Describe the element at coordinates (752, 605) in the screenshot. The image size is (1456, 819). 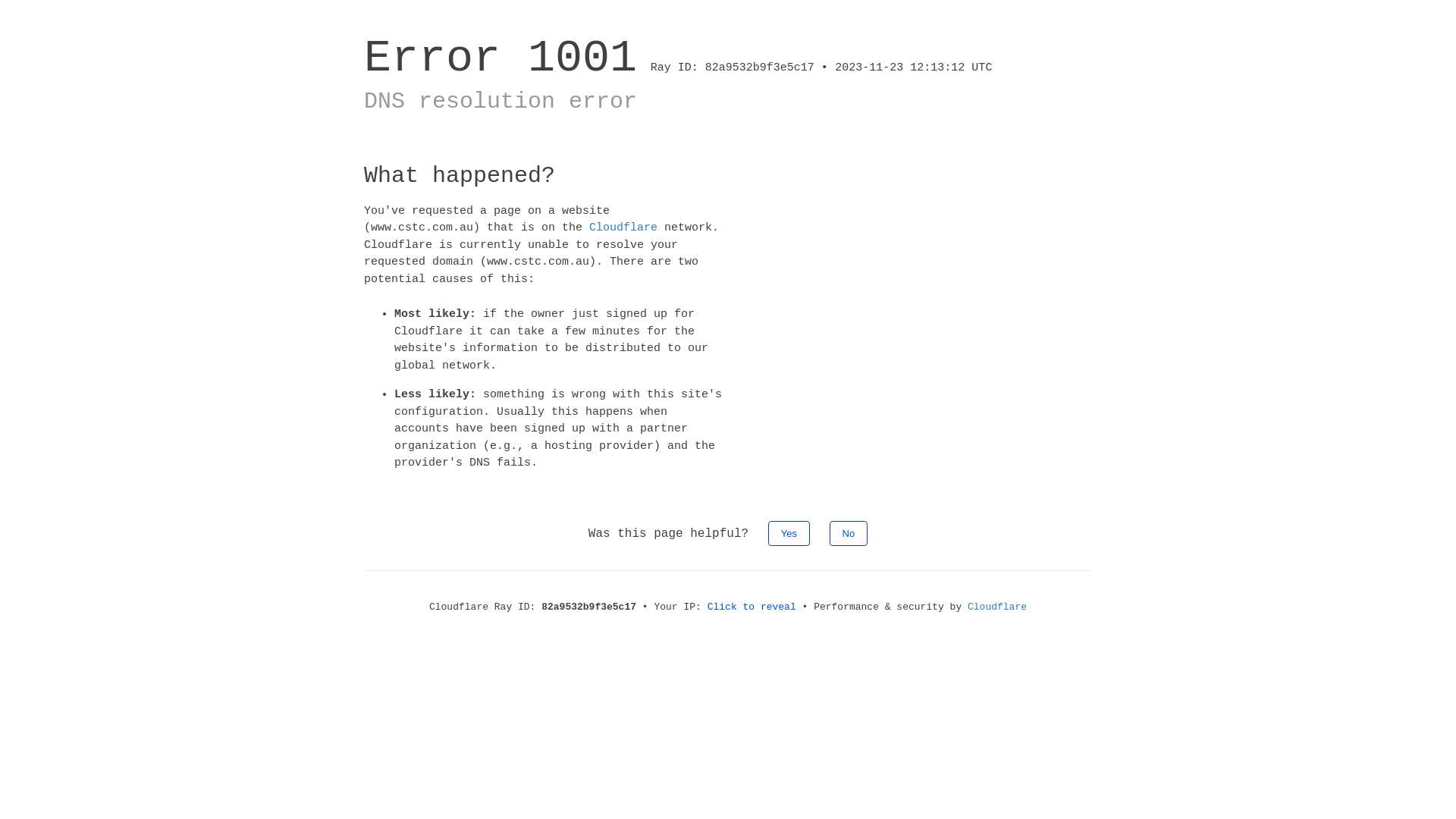
I see `'Click to reveal'` at that location.